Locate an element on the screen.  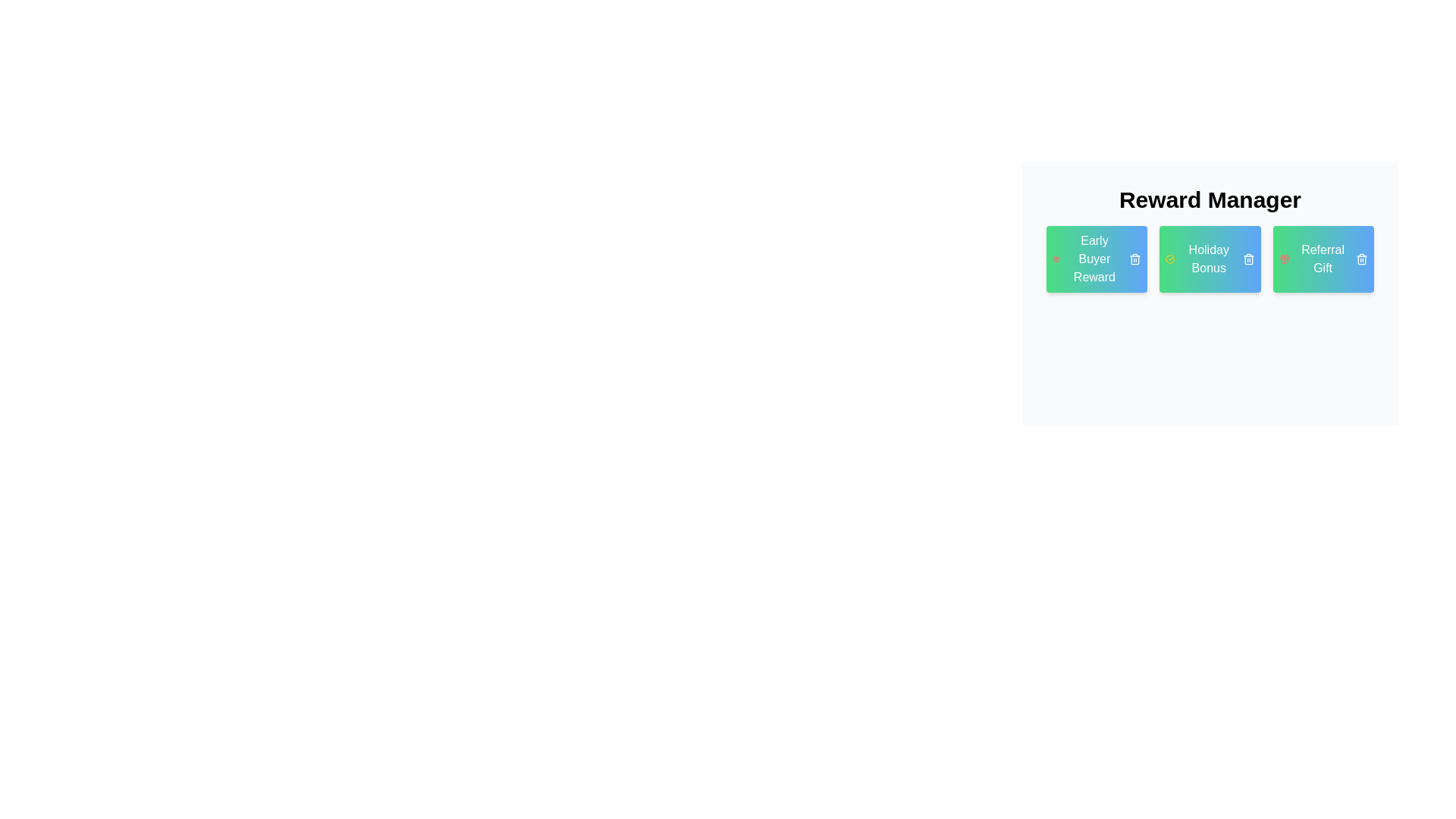
remove button on the tag labeled Referral Gift is located at coordinates (1361, 259).